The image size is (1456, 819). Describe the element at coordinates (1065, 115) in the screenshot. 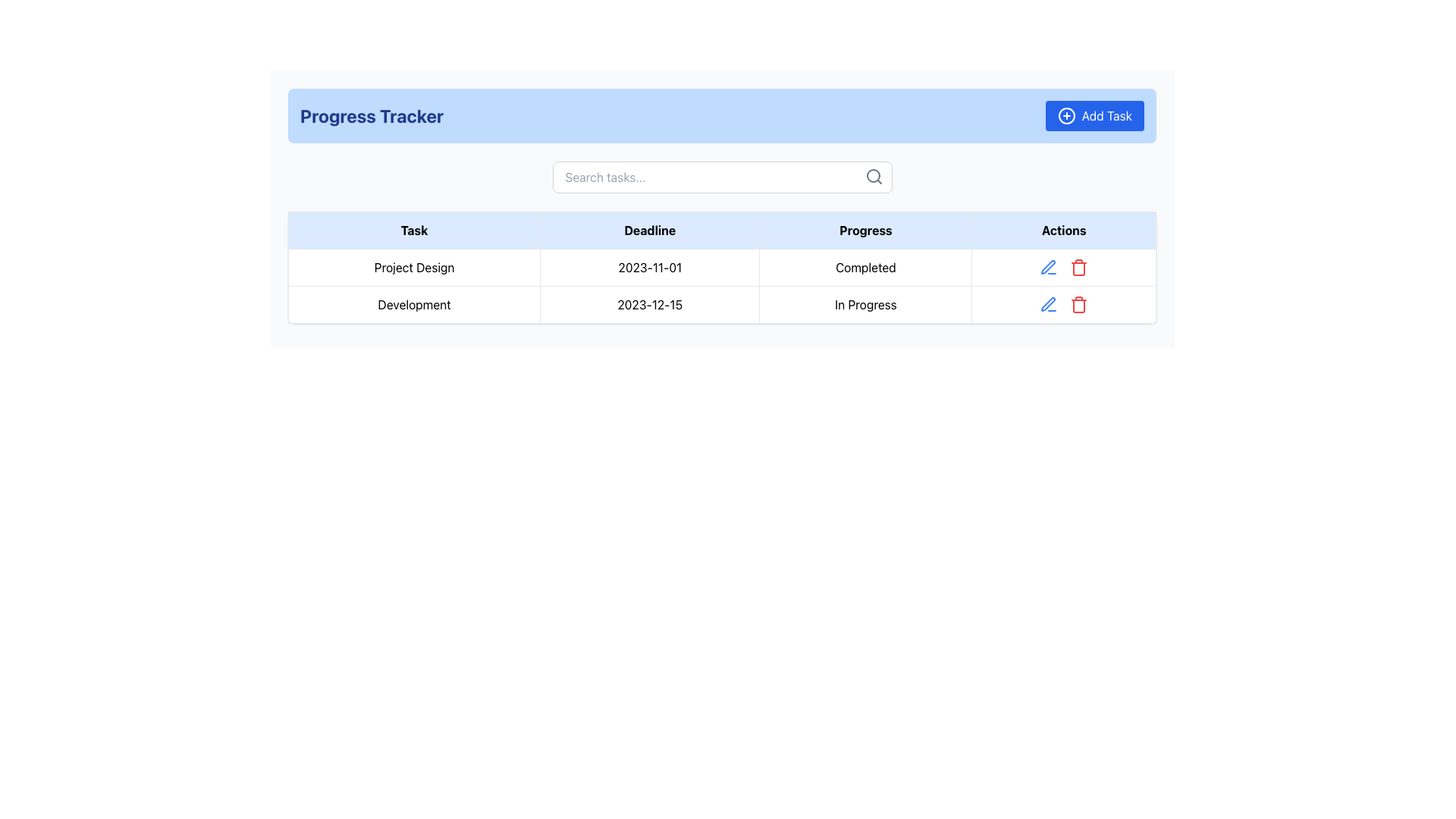

I see `the circular icon with a plus sign in the middle, which is located to the left of the 'Add Task' button` at that location.